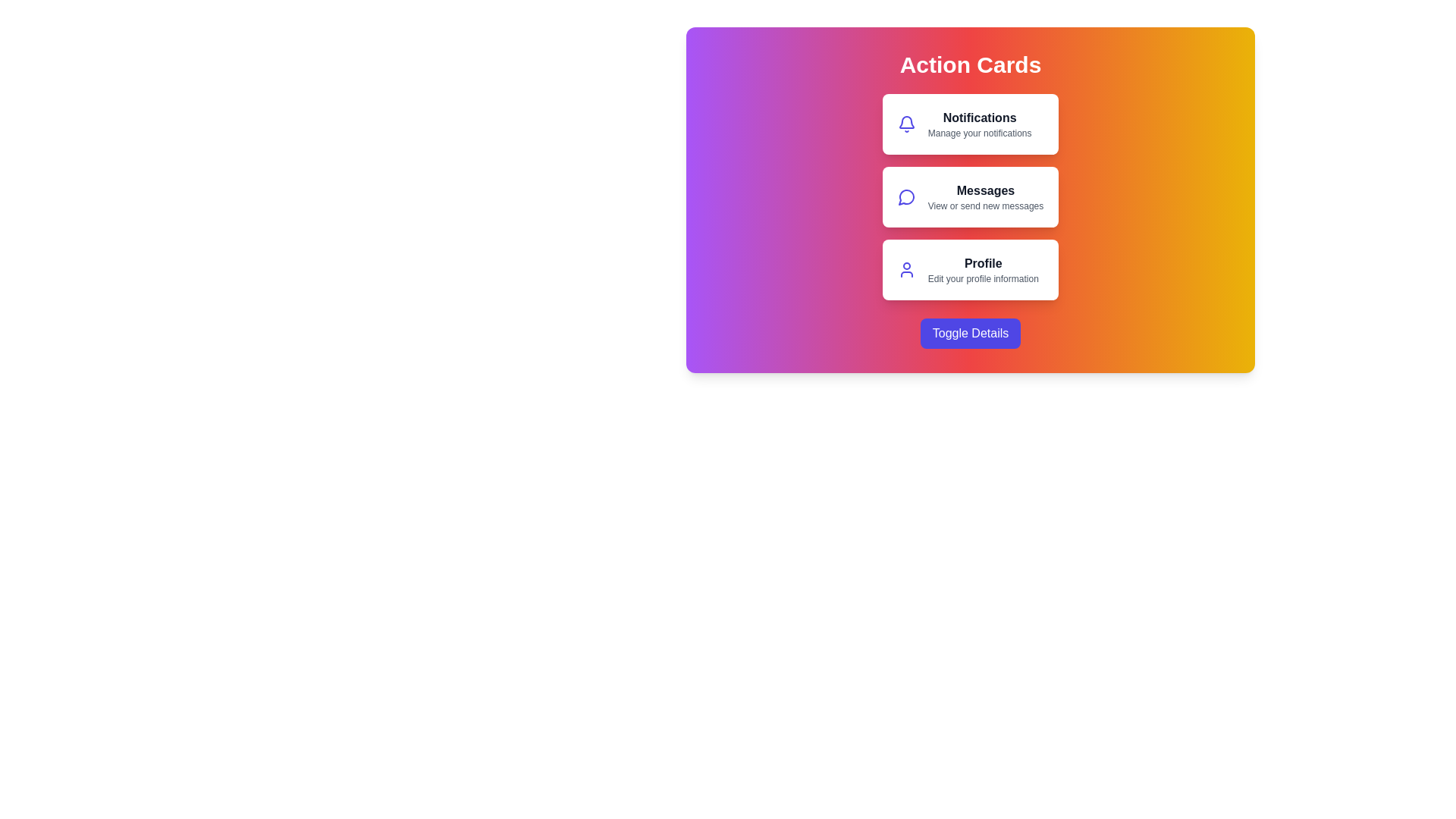 This screenshot has height=819, width=1456. I want to click on the circular speech bubble icon located on the left side of the 'Messages' action card, which is styled in medium blue and positioned adjacent to the label 'Messages', so click(906, 196).